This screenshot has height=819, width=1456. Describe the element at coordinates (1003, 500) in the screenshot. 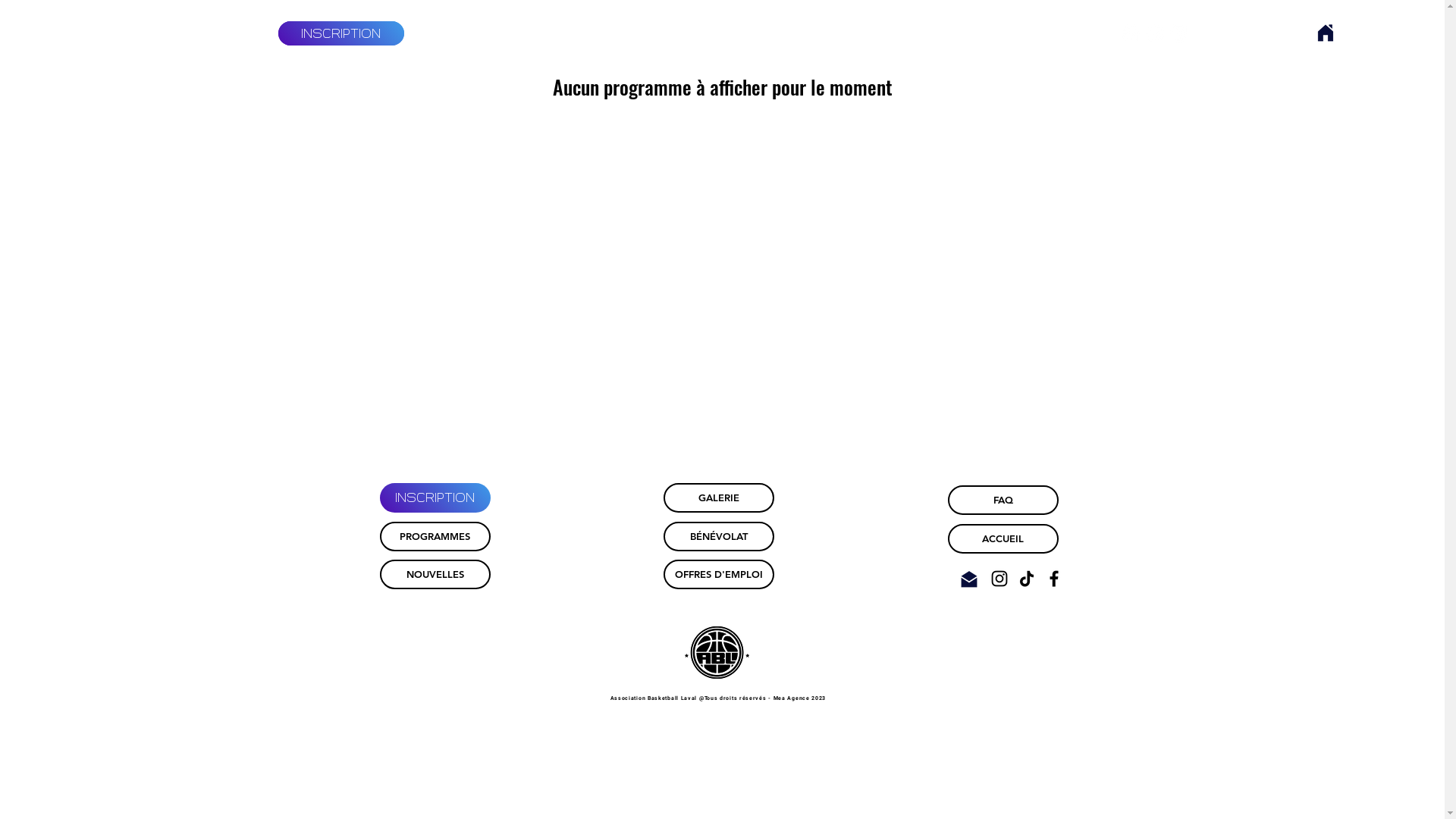

I see `'FAQ'` at that location.